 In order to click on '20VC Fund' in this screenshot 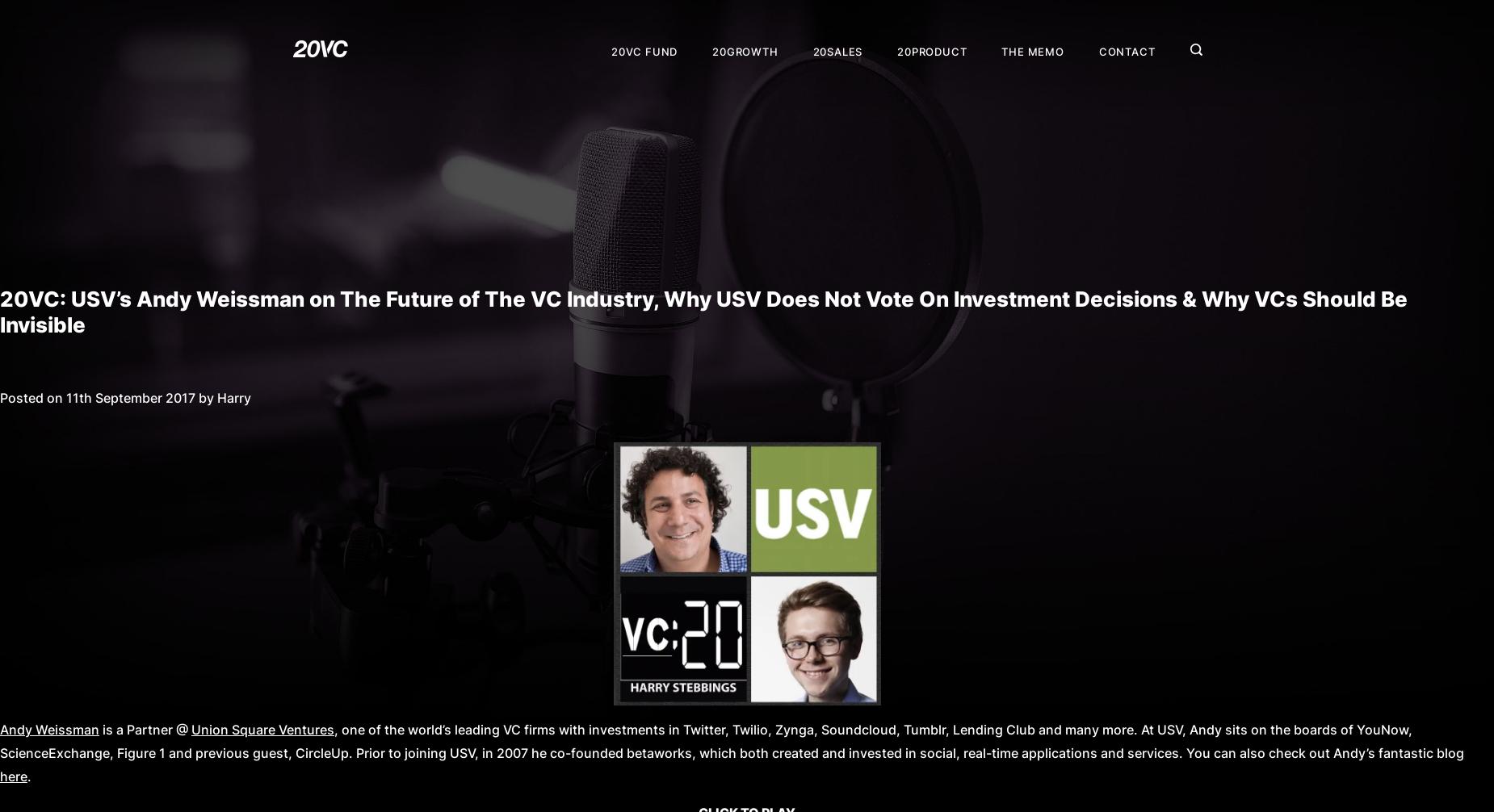, I will do `click(611, 50)`.